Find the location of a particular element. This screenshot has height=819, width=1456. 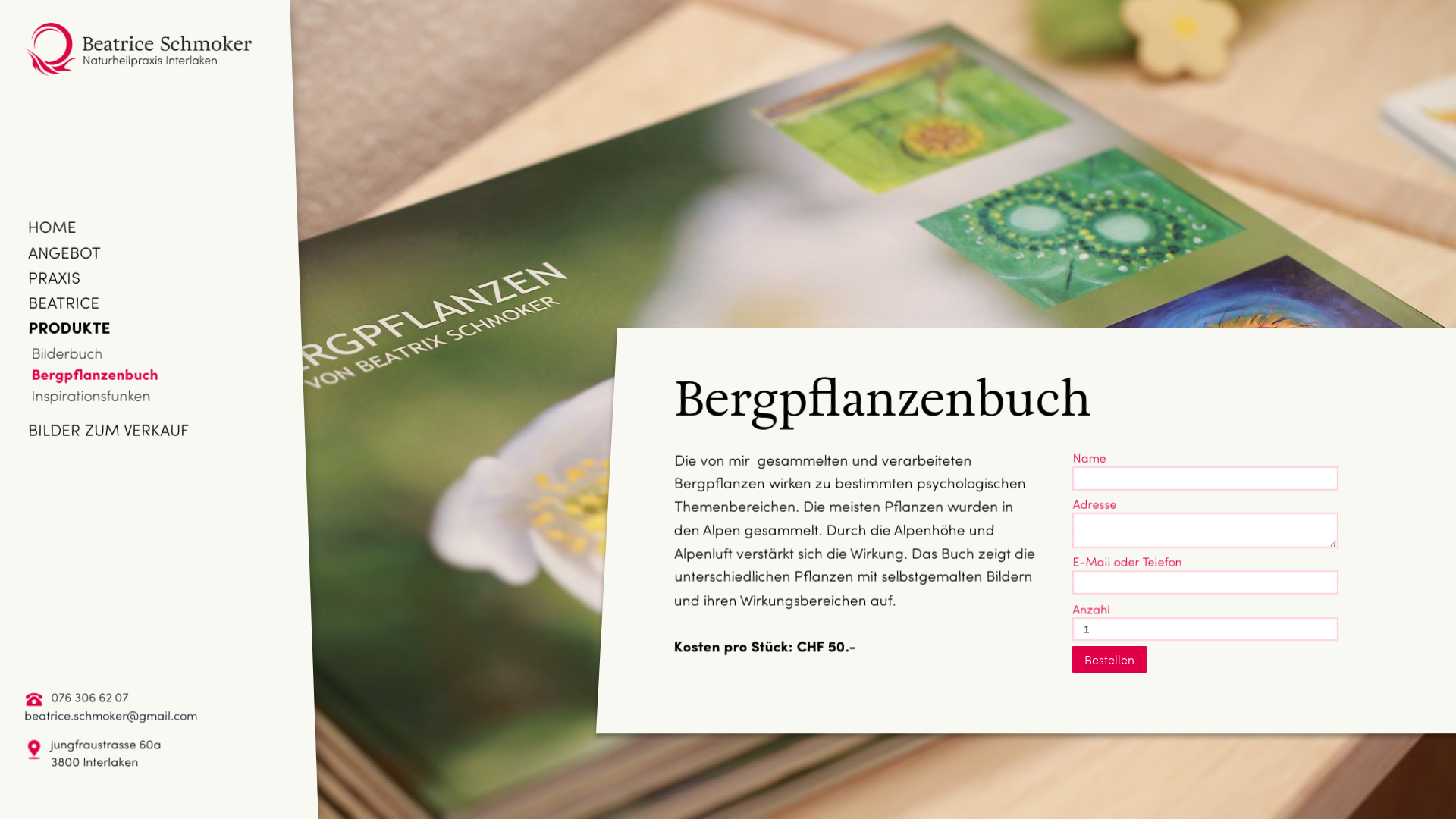

'PRAXIS' is located at coordinates (54, 277).